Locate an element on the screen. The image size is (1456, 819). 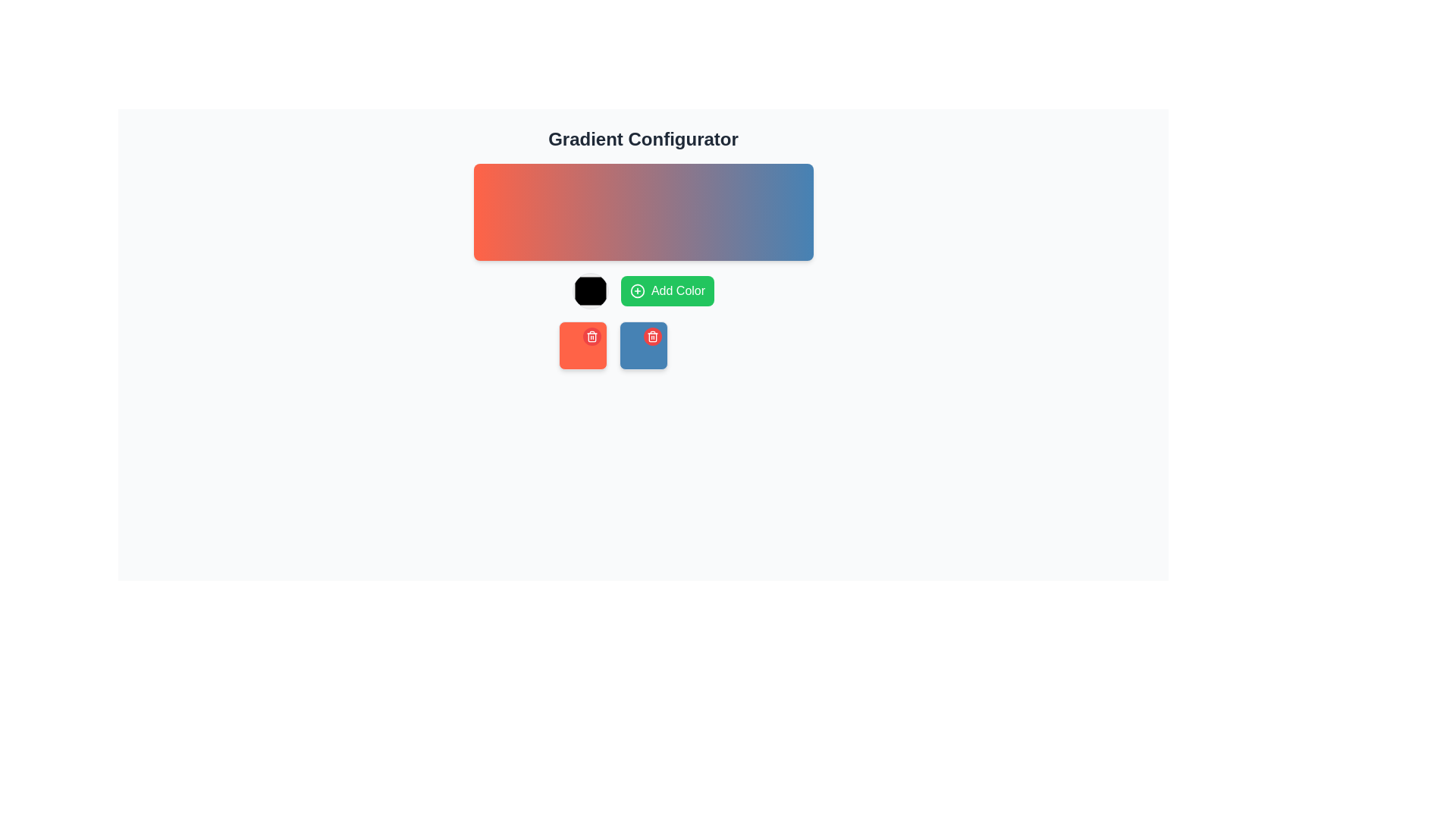
the icon representing the functionality of adding a new color, located towards the left end of the 'Add Color' button, adjacent to the green background is located at coordinates (637, 291).